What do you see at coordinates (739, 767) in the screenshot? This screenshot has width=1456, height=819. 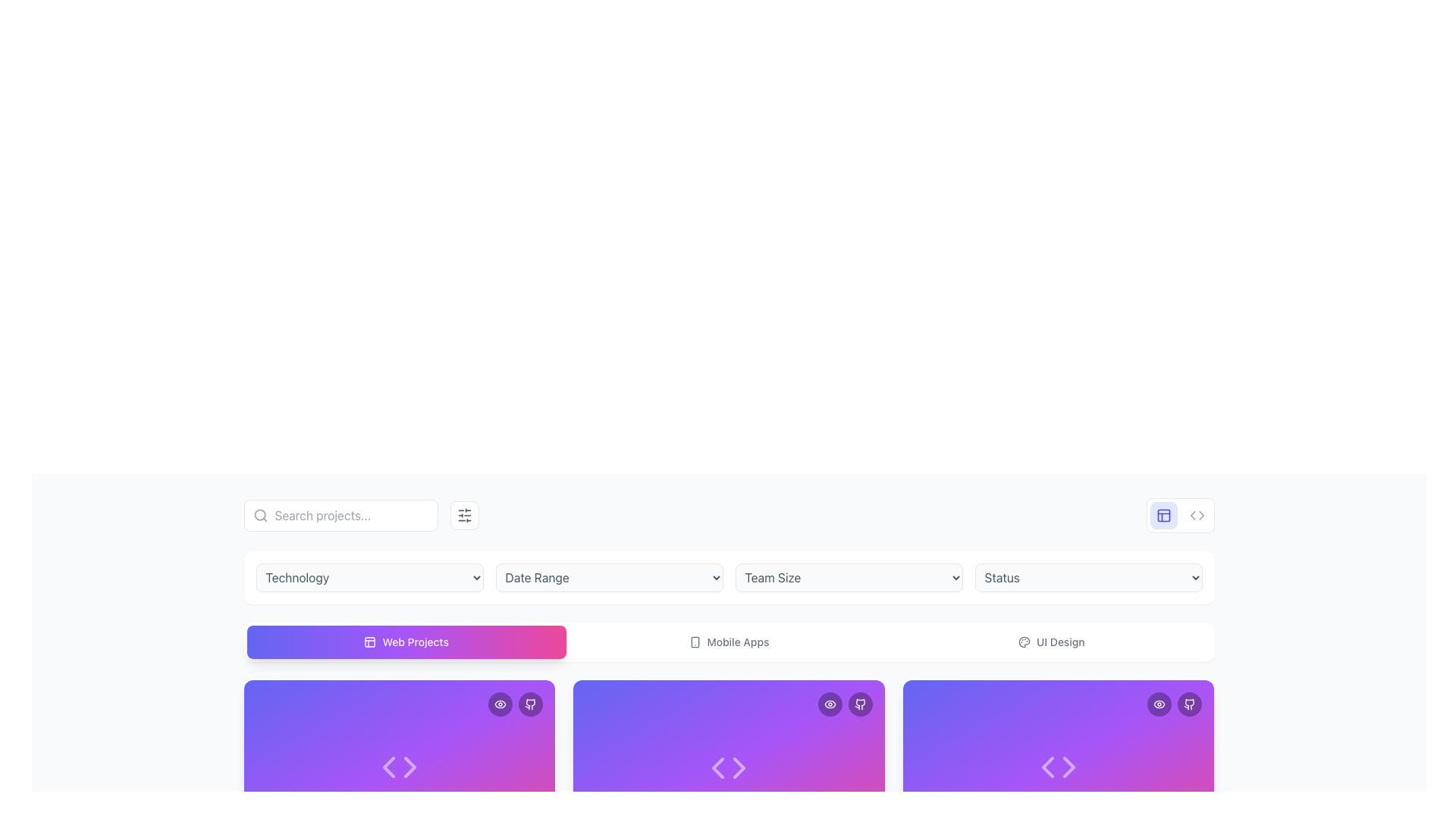 I see `the SVG icon on the right side of the navigation controls at the bottom center of the third card` at bounding box center [739, 767].